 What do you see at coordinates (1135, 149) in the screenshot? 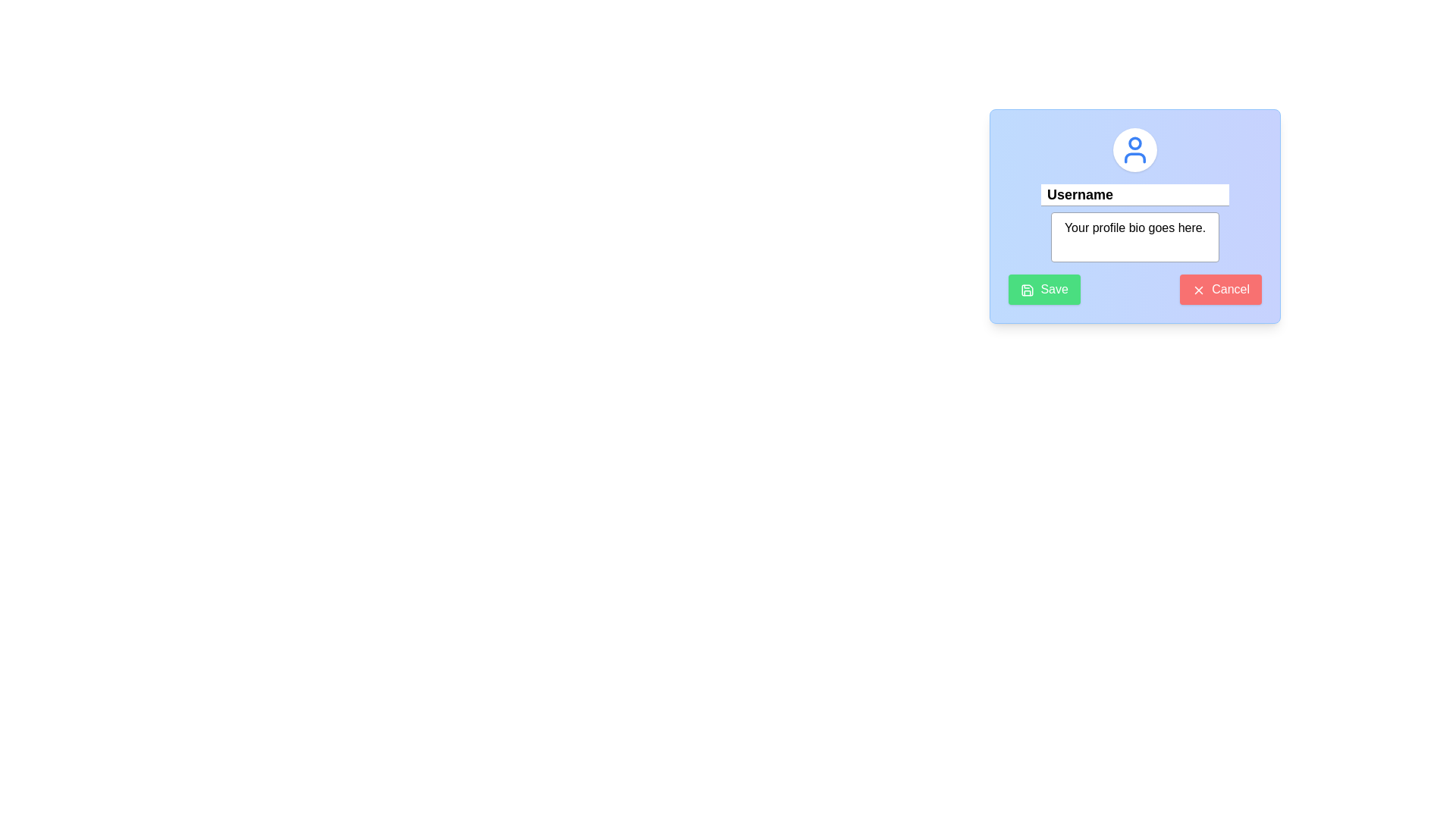
I see `the user profile static icon located at the top center of the form interface, directly above the 'Username' text field` at bounding box center [1135, 149].